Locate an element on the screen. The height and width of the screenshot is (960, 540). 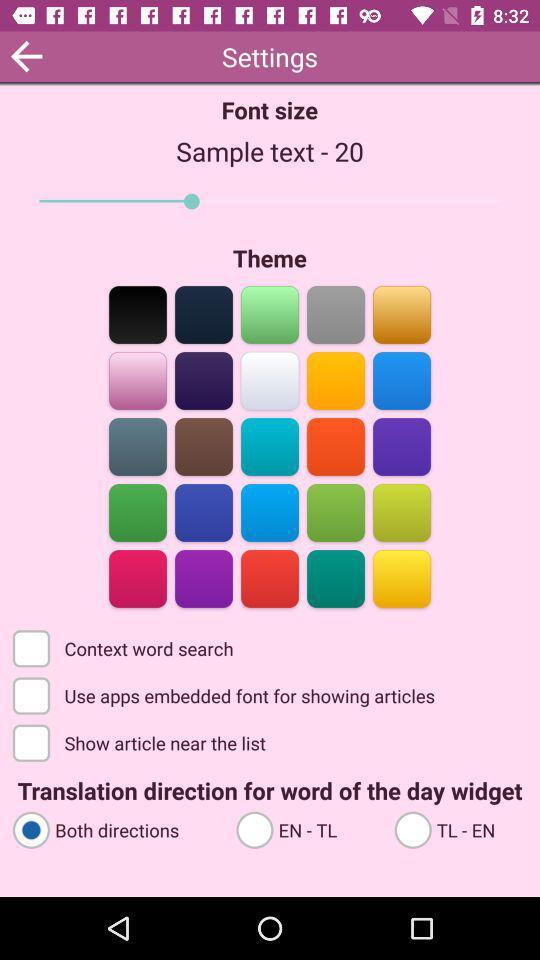
lilac coor is located at coordinates (137, 378).